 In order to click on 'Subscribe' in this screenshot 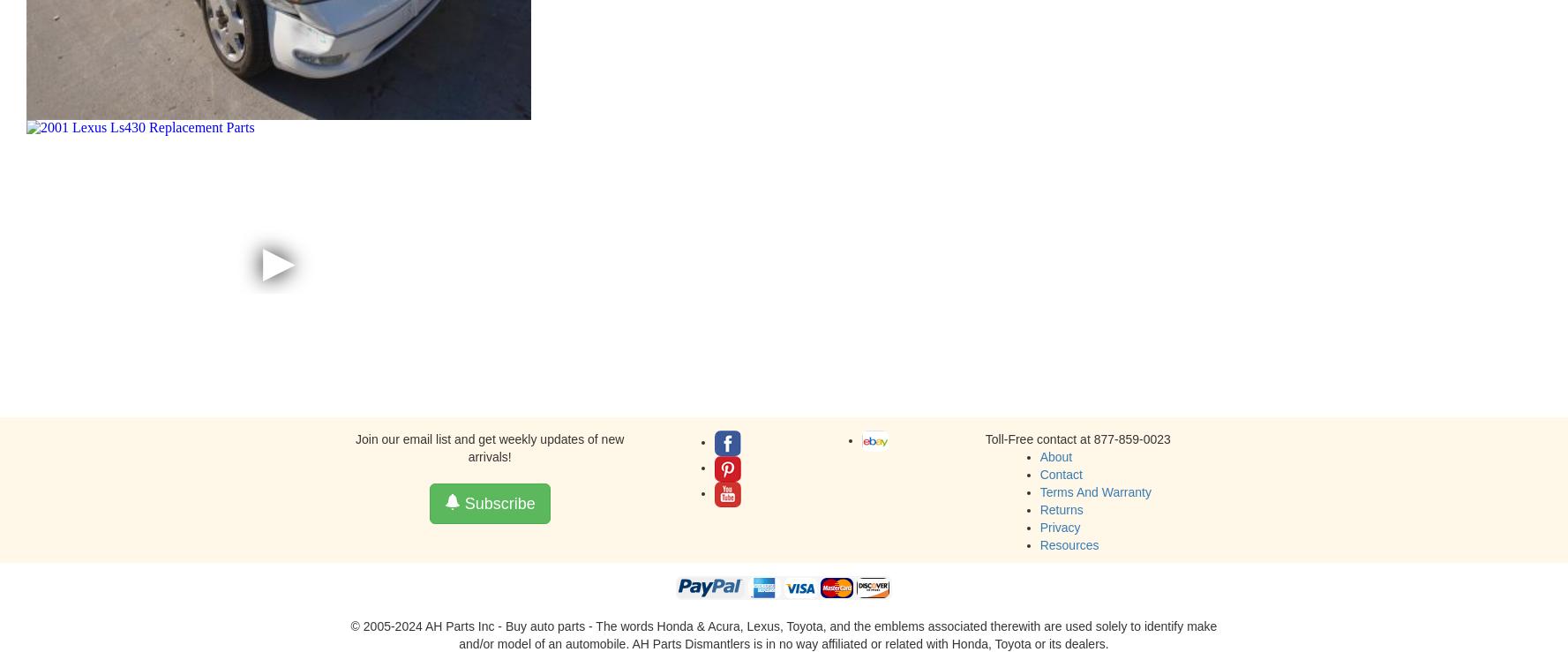, I will do `click(496, 503)`.